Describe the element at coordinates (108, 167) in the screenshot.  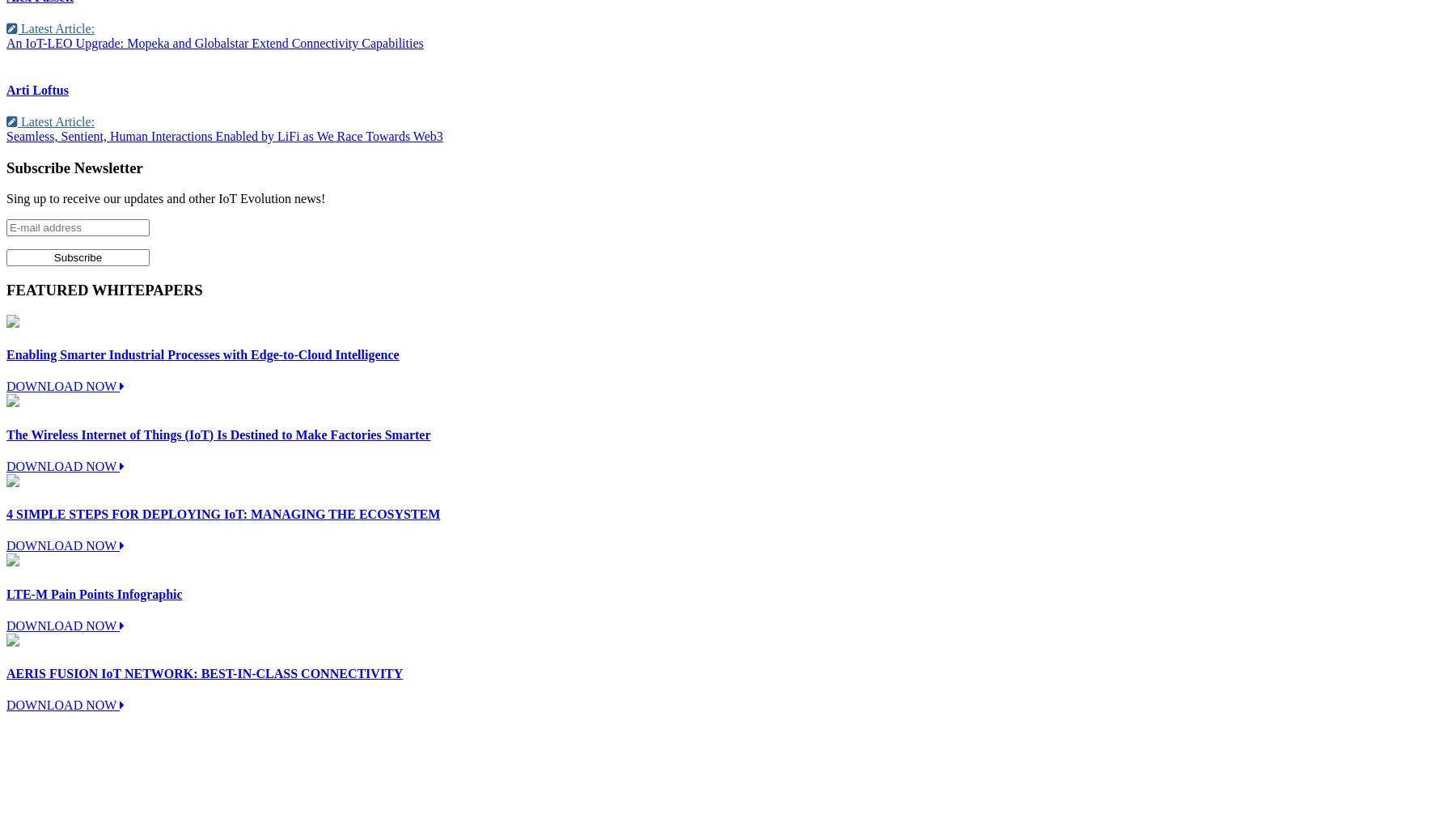
I see `'Newsletter'` at that location.